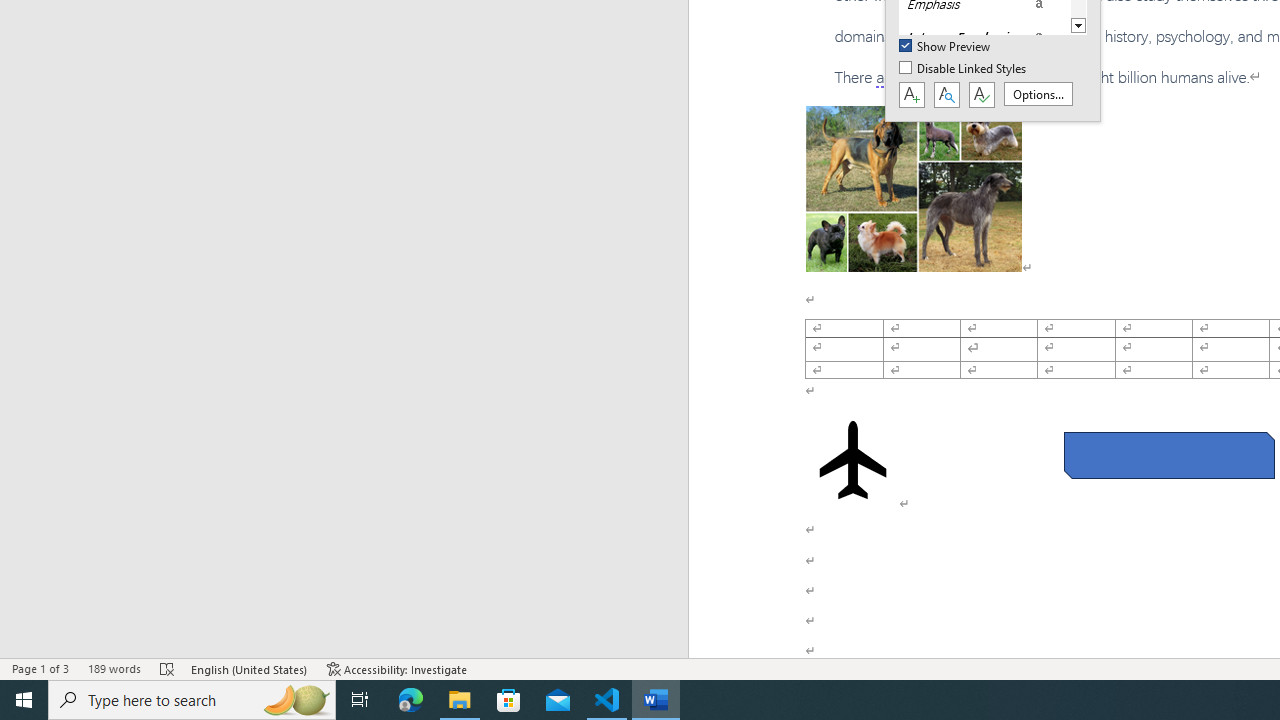  Describe the element at coordinates (249, 669) in the screenshot. I see `'Language English (United States)'` at that location.